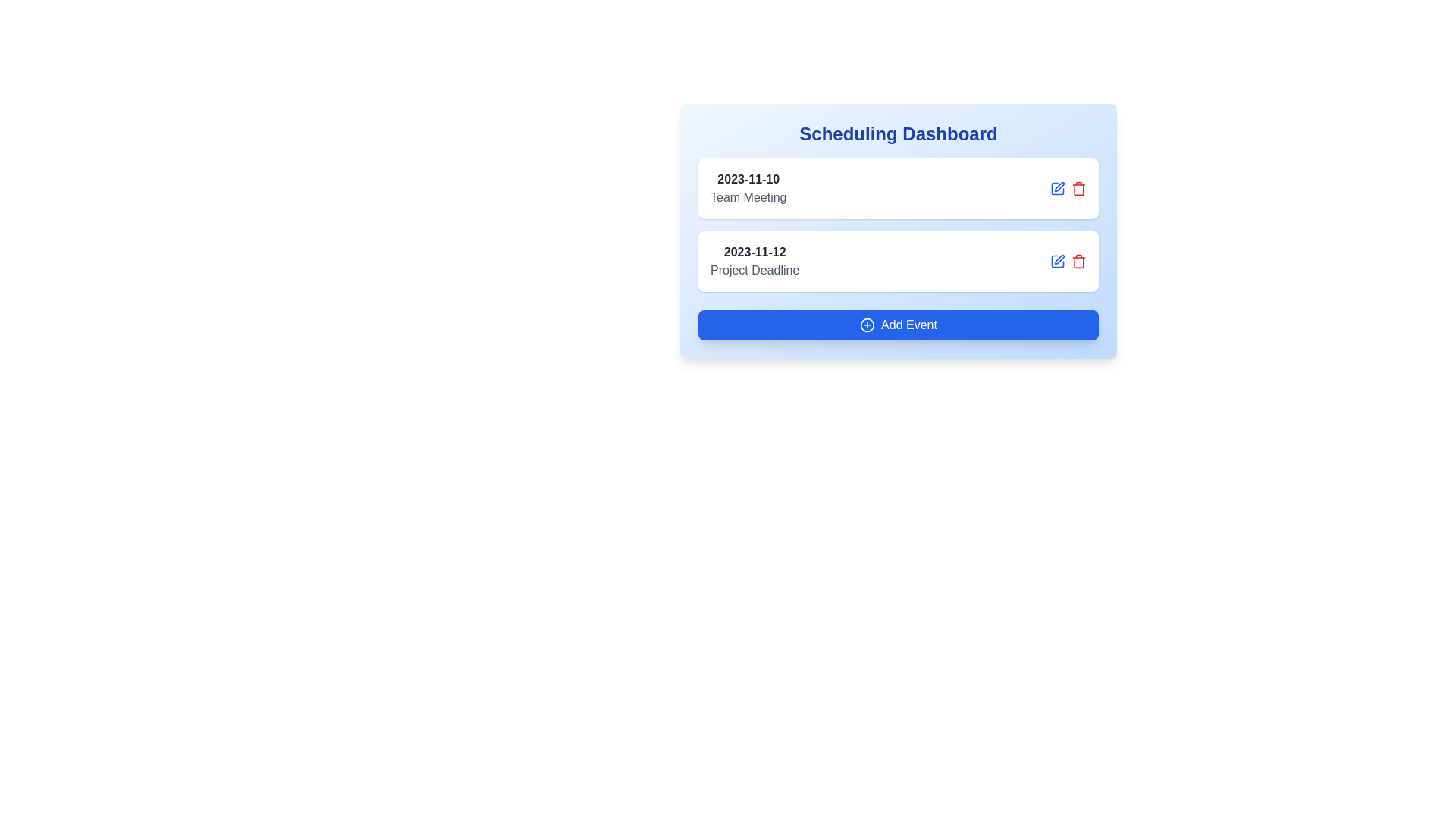 This screenshot has height=819, width=1456. What do you see at coordinates (899, 133) in the screenshot?
I see `the Label element that serves as the heading or title for the content below, located at the top-center position above other components` at bounding box center [899, 133].